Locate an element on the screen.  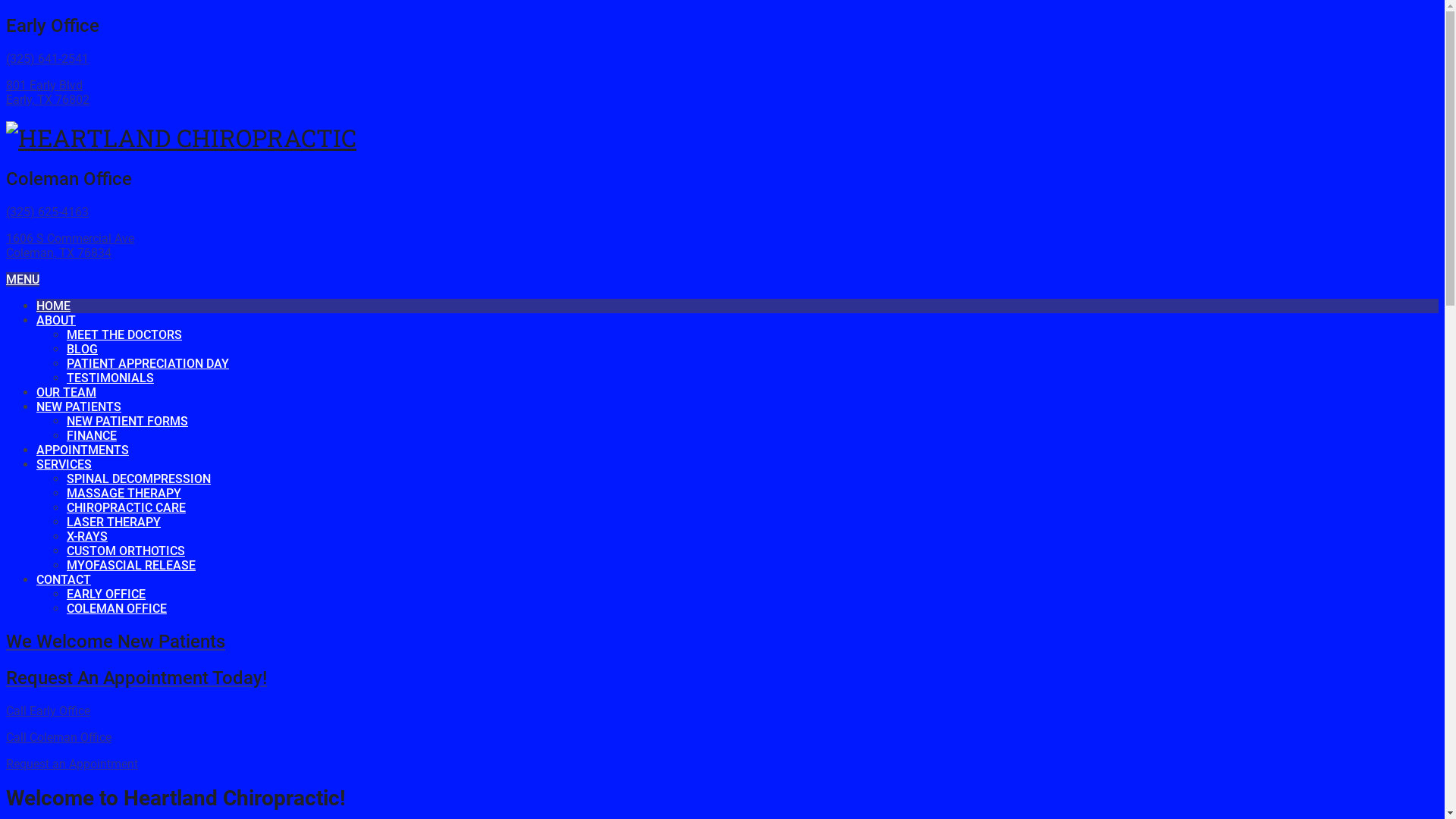
'CUSTOM ORTHOTICS' is located at coordinates (65, 551).